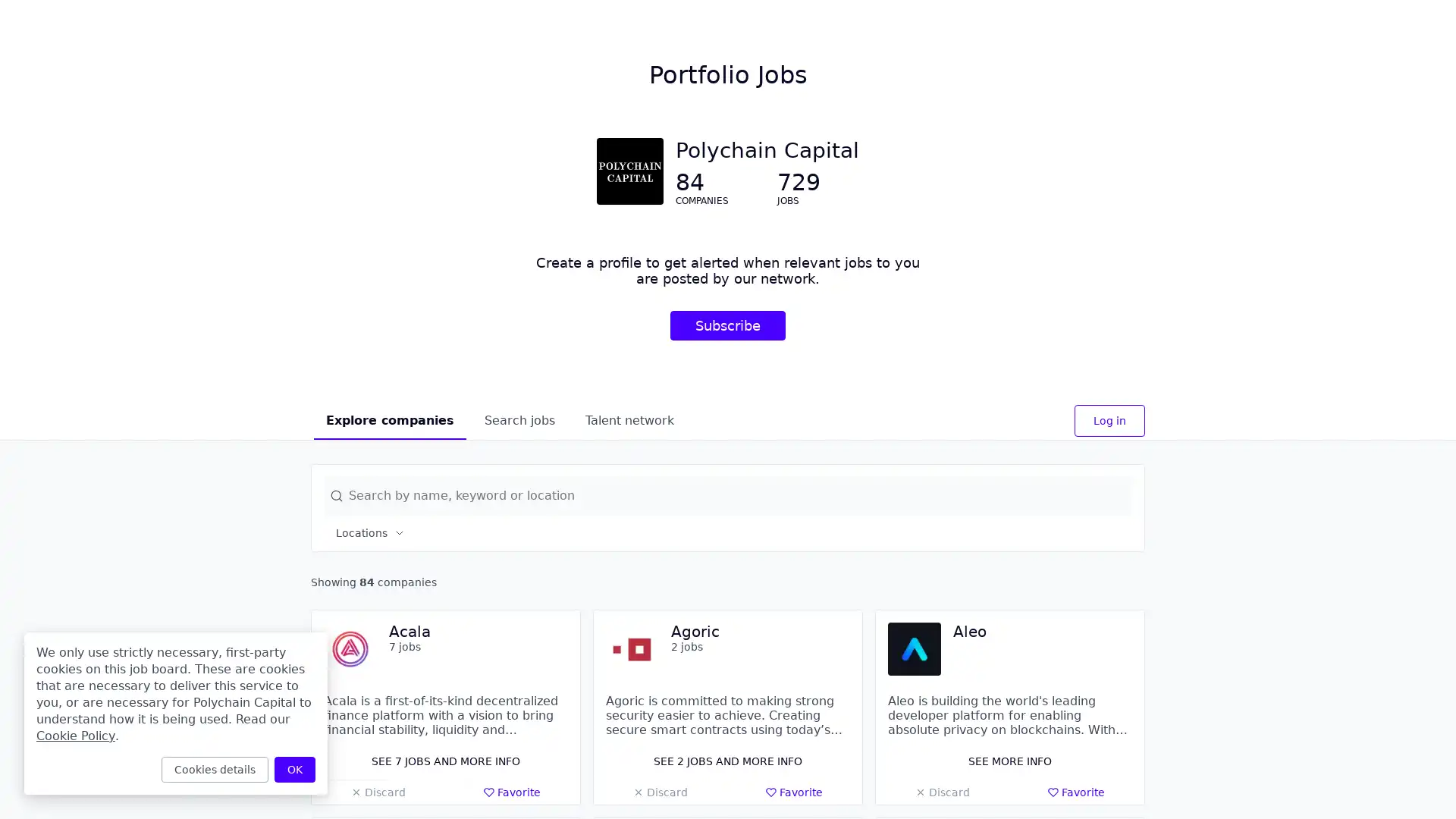 Image resolution: width=1456 pixels, height=819 pixels. What do you see at coordinates (793, 792) in the screenshot?
I see `Favorite` at bounding box center [793, 792].